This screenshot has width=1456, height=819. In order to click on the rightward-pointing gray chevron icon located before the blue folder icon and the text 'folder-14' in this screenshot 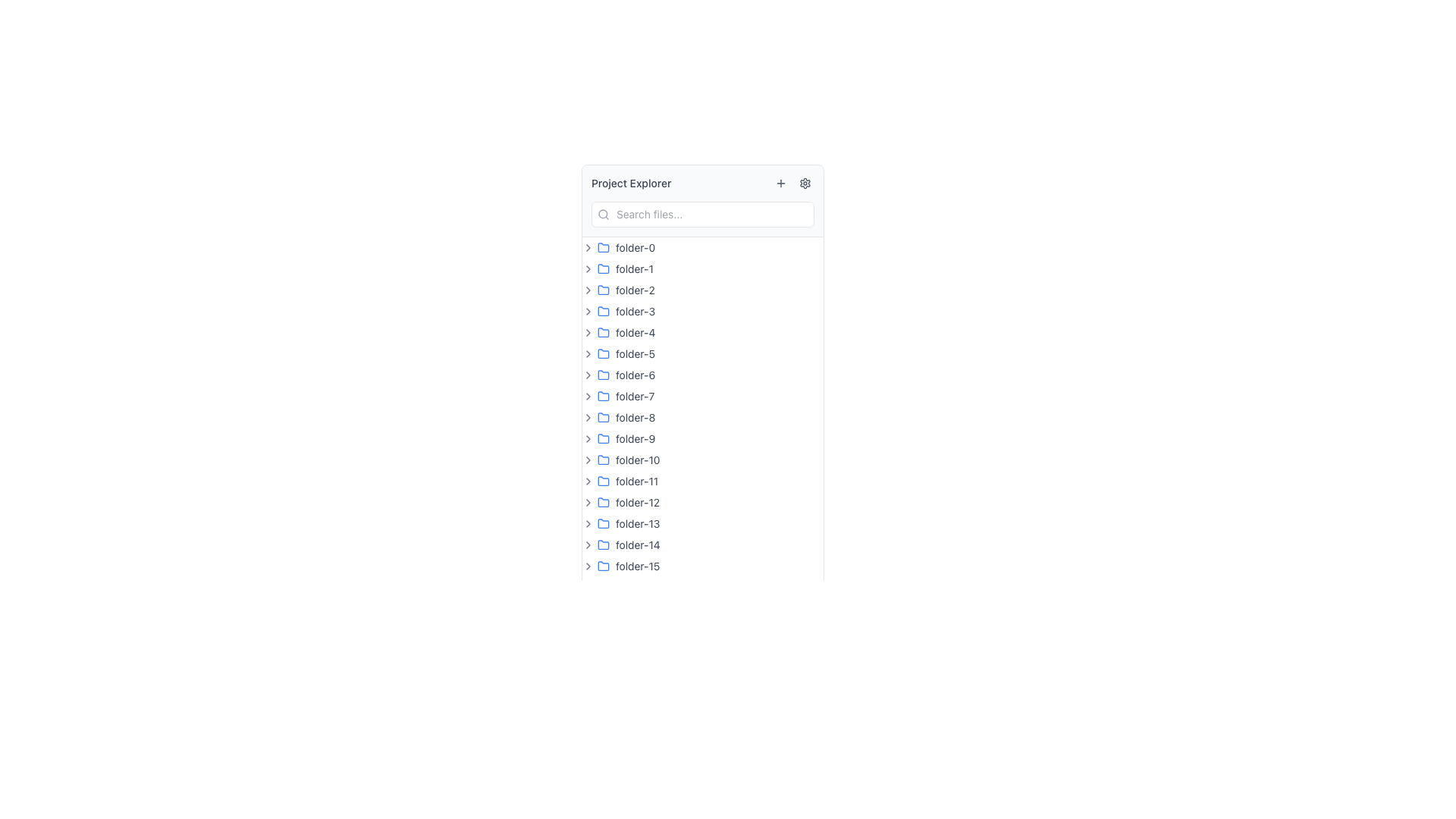, I will do `click(588, 544)`.